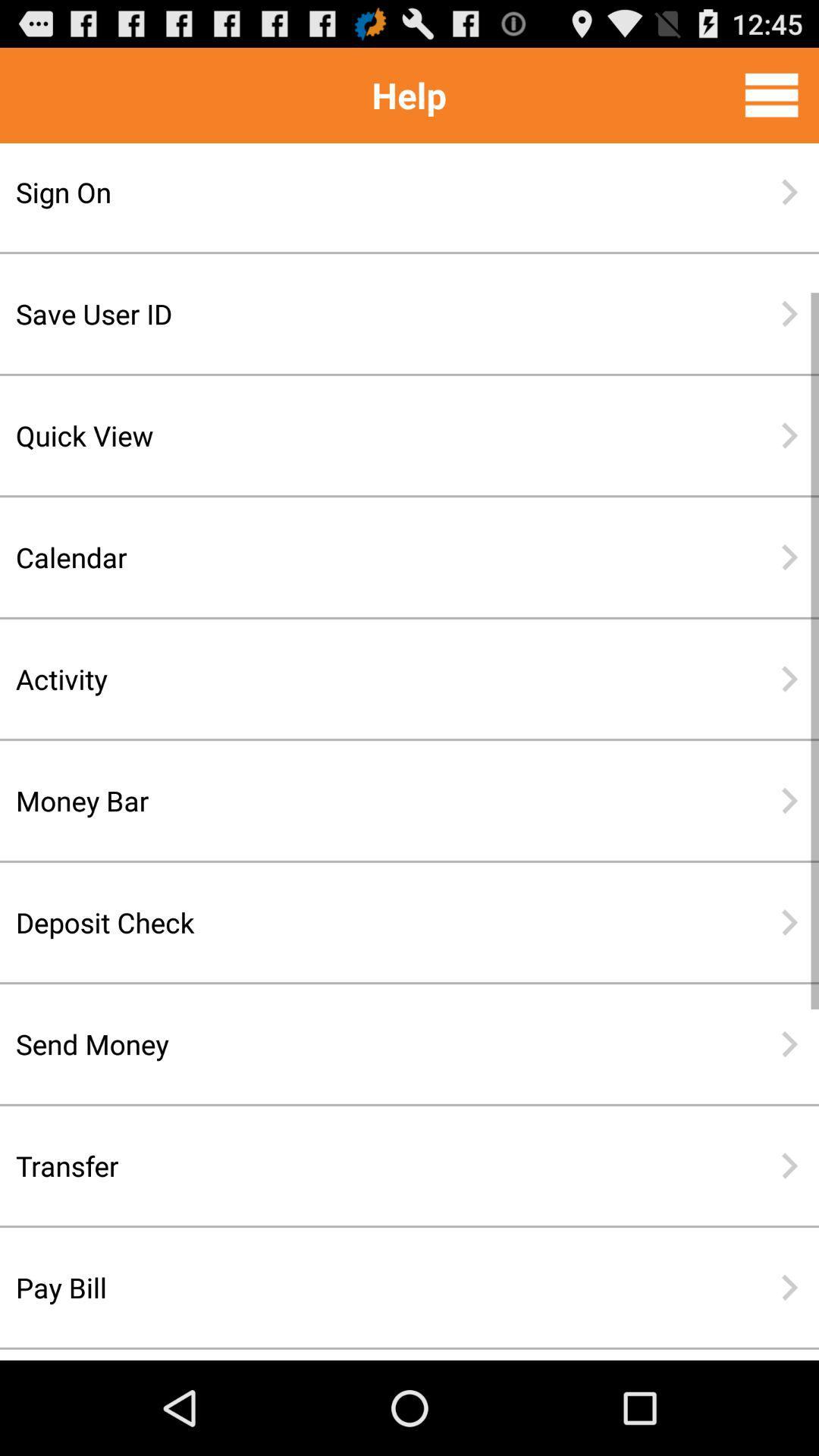  What do you see at coordinates (771, 94) in the screenshot?
I see `open menu` at bounding box center [771, 94].